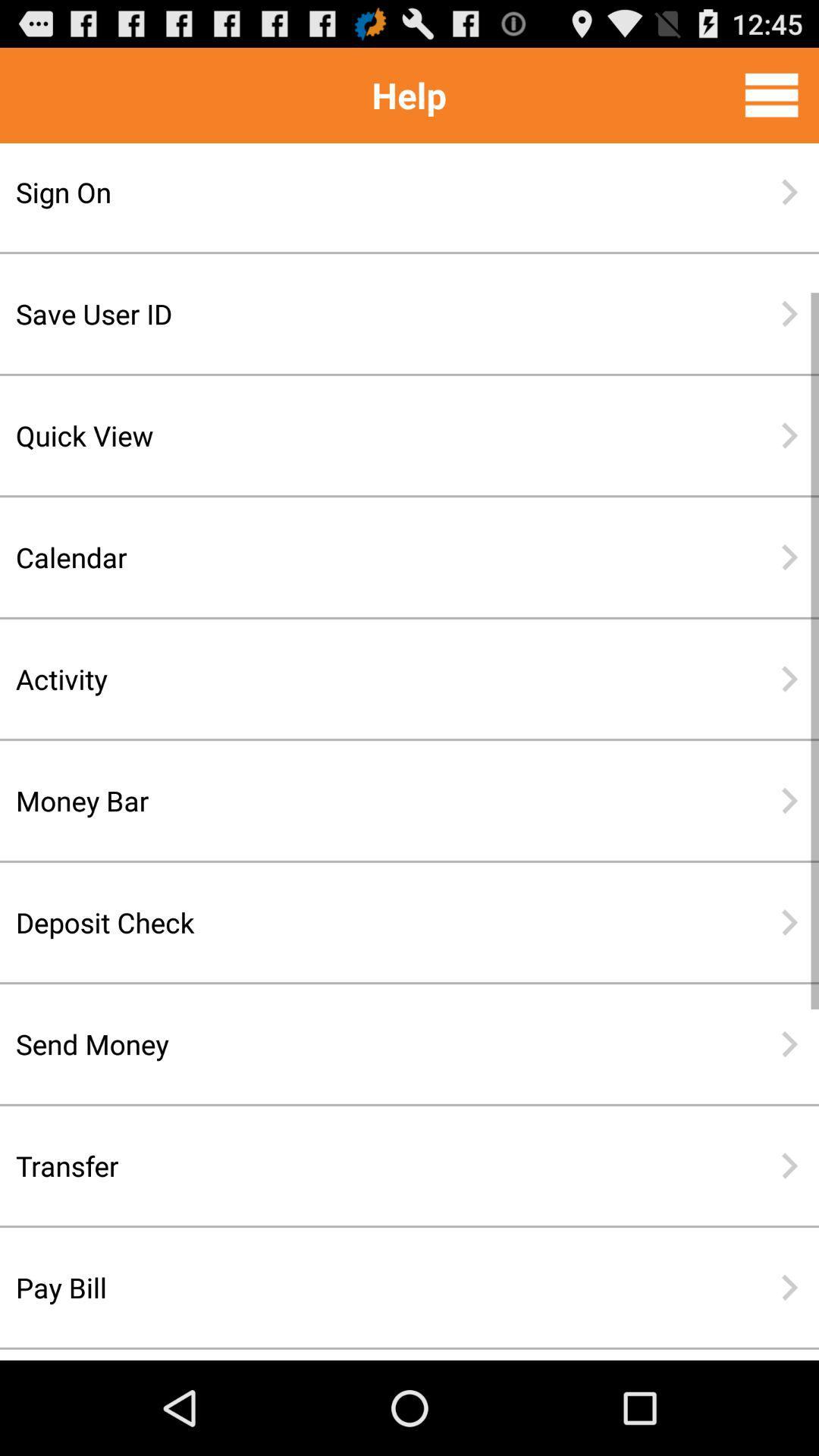  What do you see at coordinates (771, 94) in the screenshot?
I see `open menu` at bounding box center [771, 94].